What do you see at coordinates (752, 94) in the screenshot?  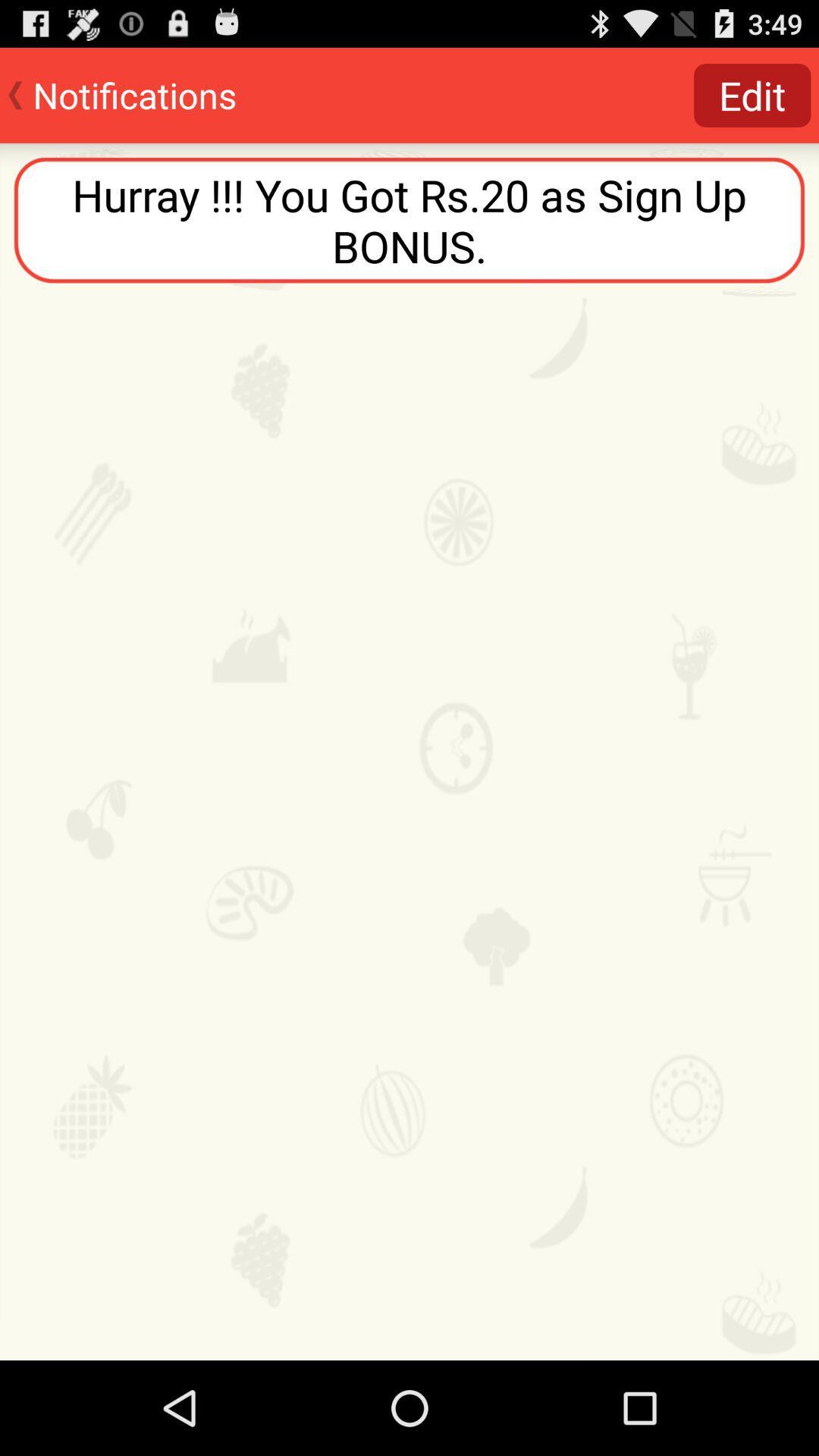 I see `edit    icon` at bounding box center [752, 94].